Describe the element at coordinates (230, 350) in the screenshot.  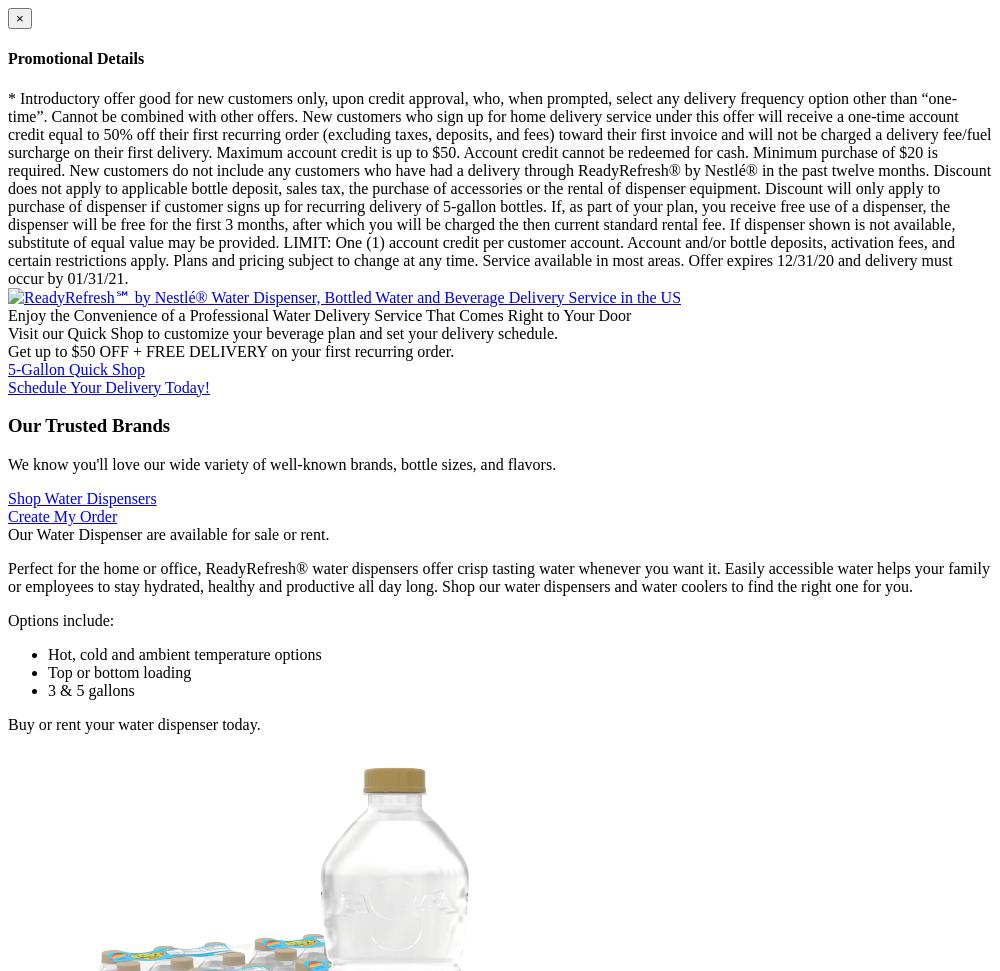
I see `'Get up to $50 OFF + FREE DELIVERY on your first recurring order.'` at that location.